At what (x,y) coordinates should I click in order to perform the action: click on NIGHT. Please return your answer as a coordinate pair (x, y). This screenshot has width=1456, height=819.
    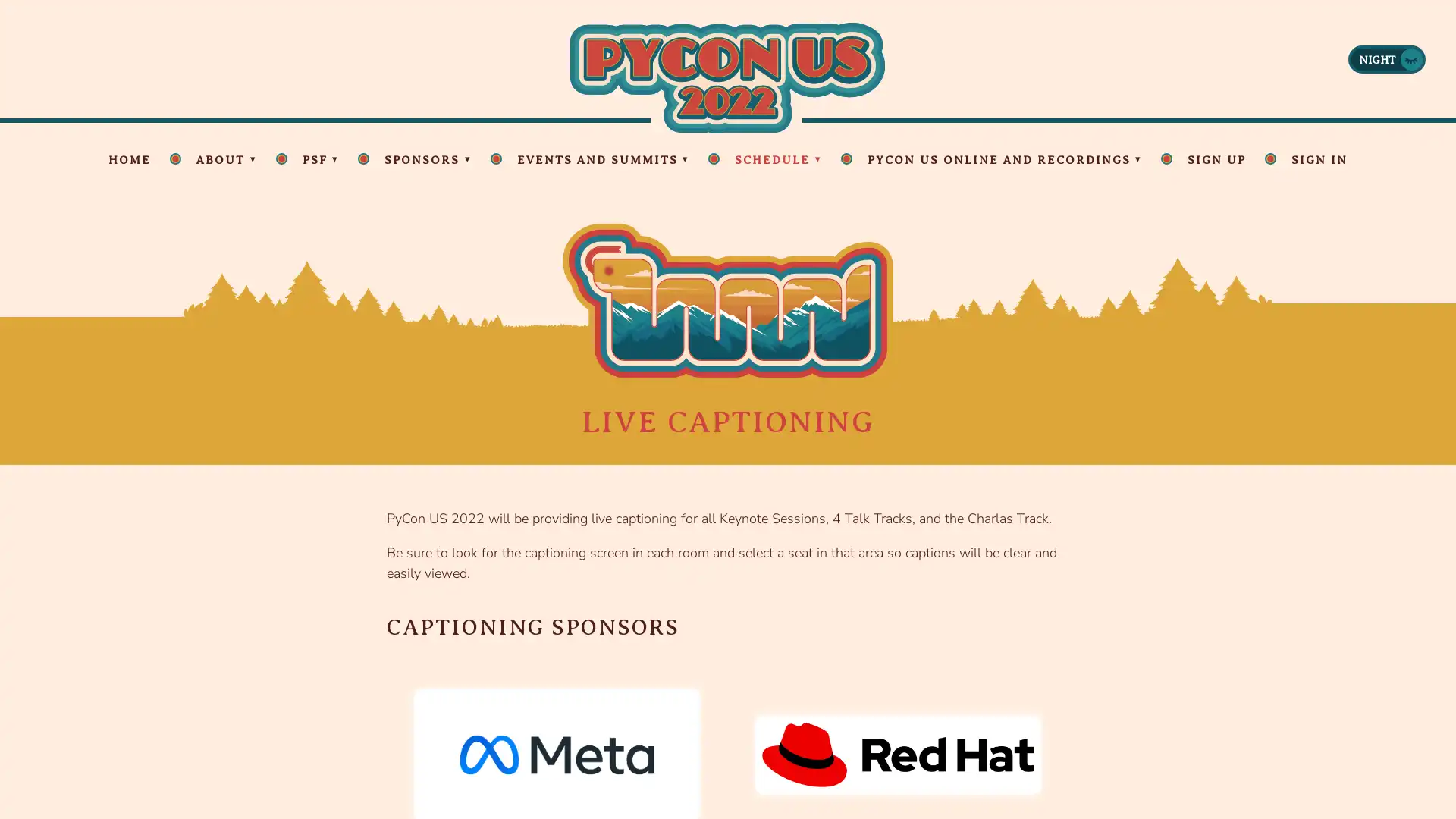
    Looking at the image, I should click on (1386, 58).